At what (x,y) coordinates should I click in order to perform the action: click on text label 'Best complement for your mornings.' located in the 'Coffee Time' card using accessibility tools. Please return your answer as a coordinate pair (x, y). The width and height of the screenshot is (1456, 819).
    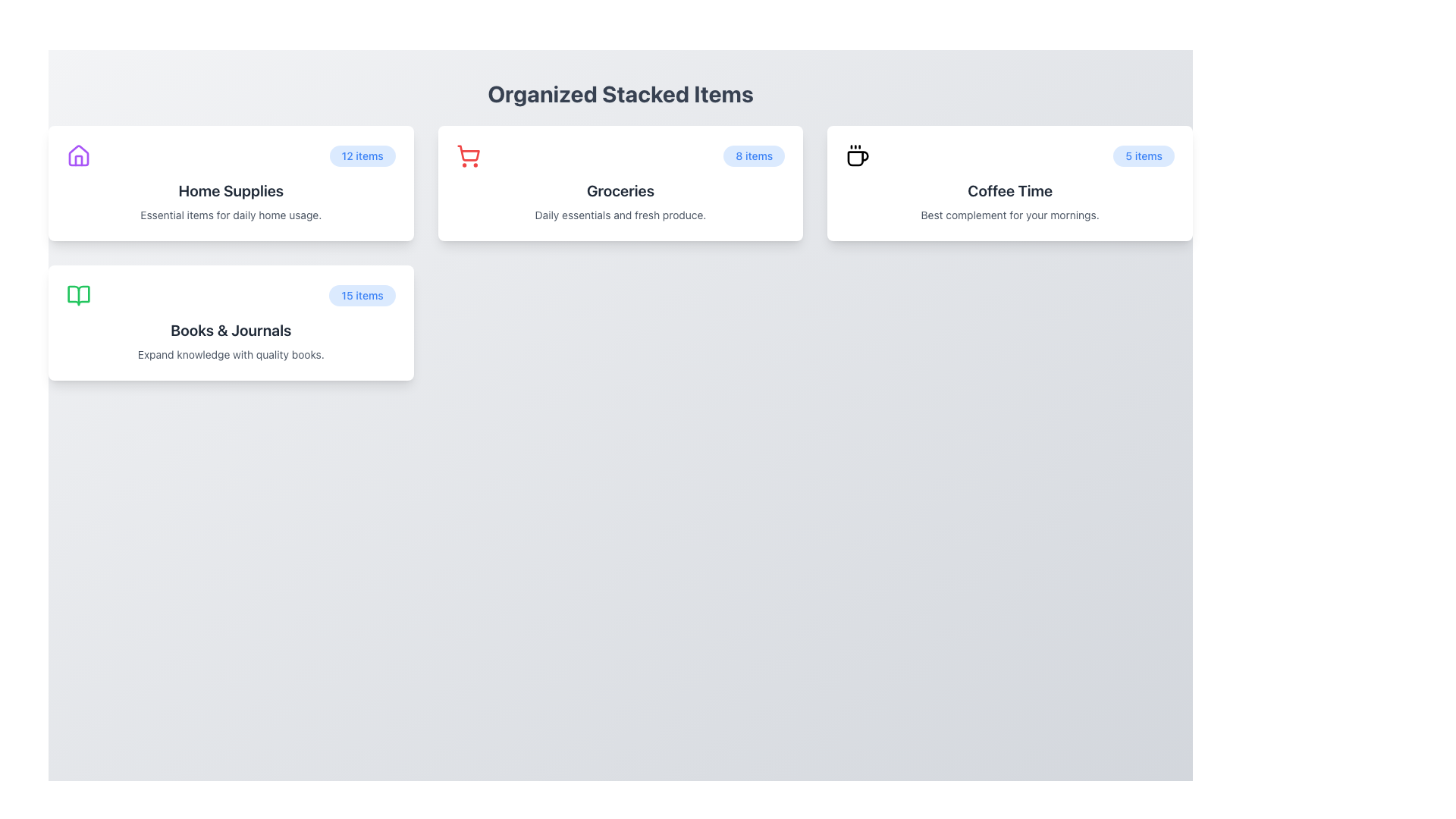
    Looking at the image, I should click on (1010, 215).